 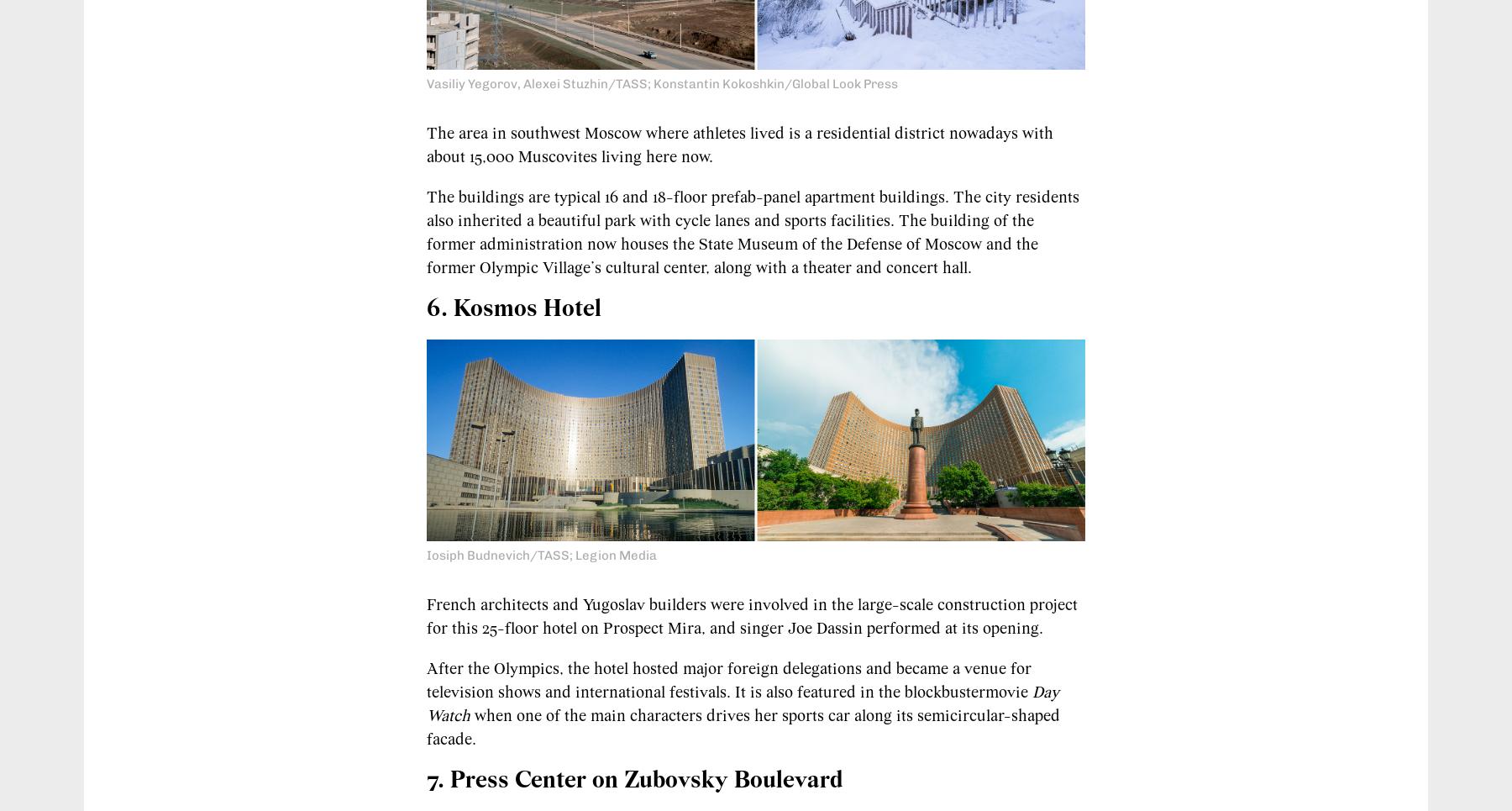 What do you see at coordinates (728, 681) in the screenshot?
I see `'After the Olympics, the hotel hosted major foreign delegations and became a venue for television shows and international festivals. It is also featured in the blockbuster'` at bounding box center [728, 681].